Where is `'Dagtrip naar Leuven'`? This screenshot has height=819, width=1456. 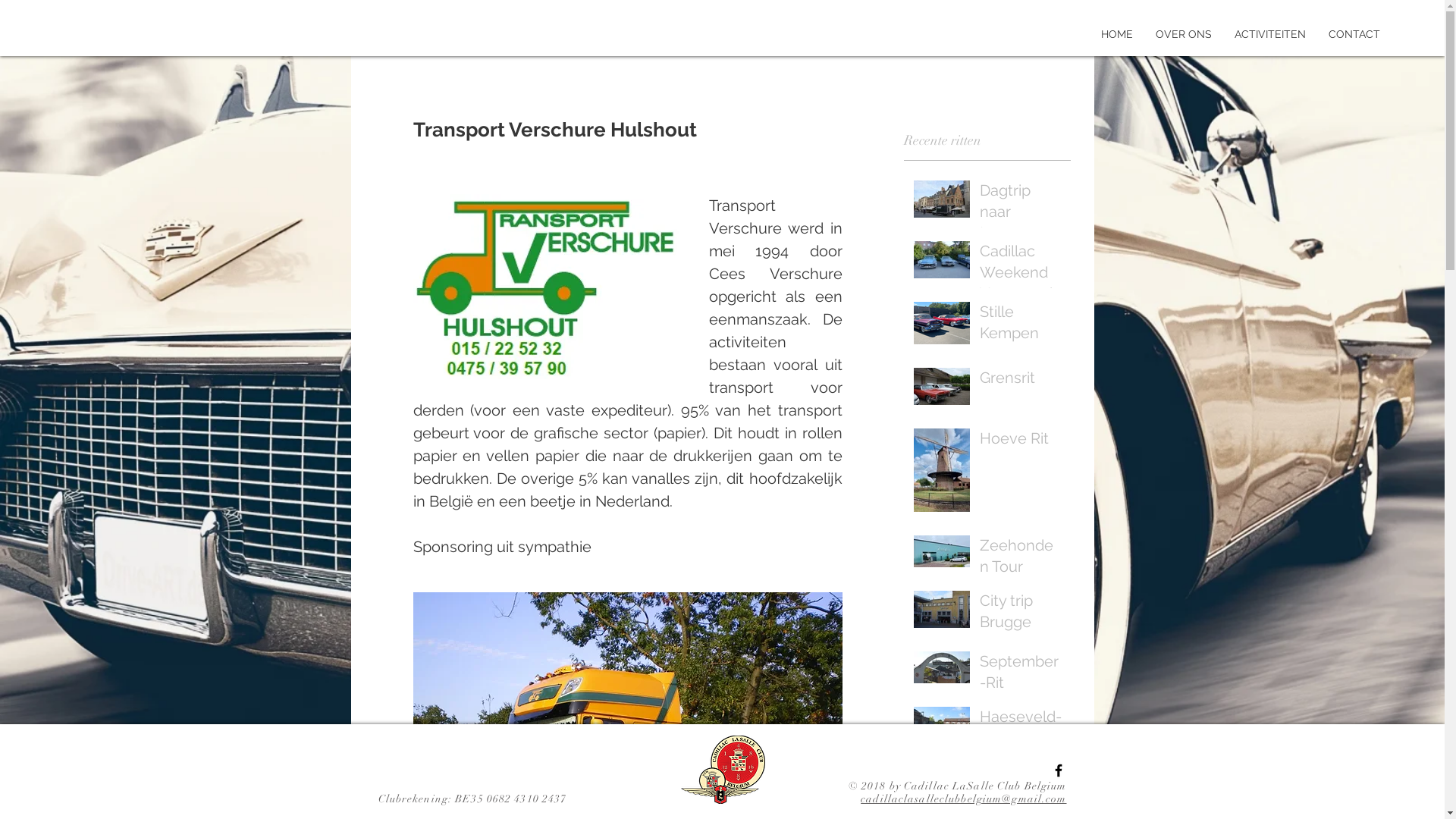 'Dagtrip naar Leuven' is located at coordinates (979, 214).